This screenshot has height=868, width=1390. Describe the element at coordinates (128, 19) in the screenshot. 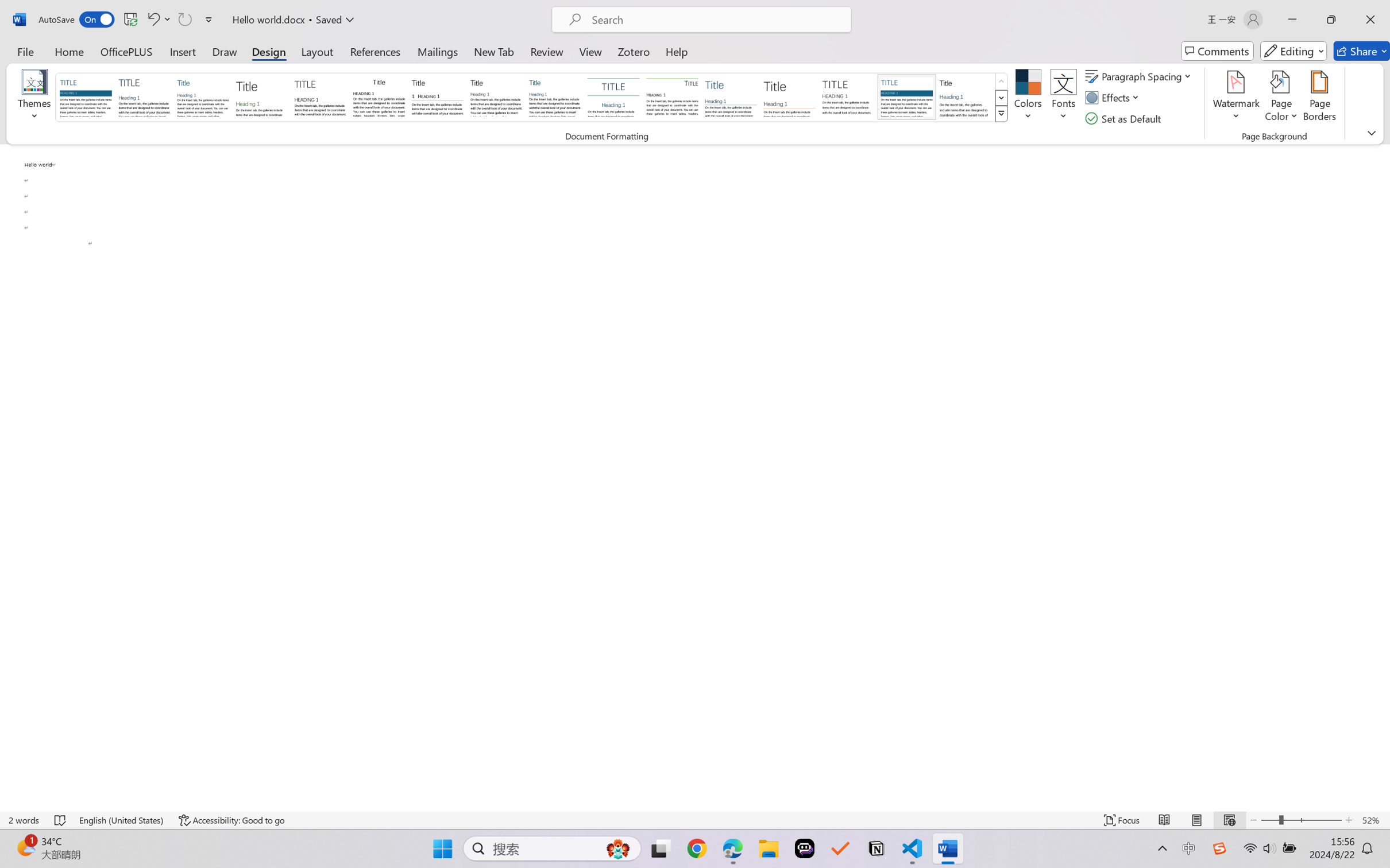

I see `'Quick Access Toolbar'` at that location.